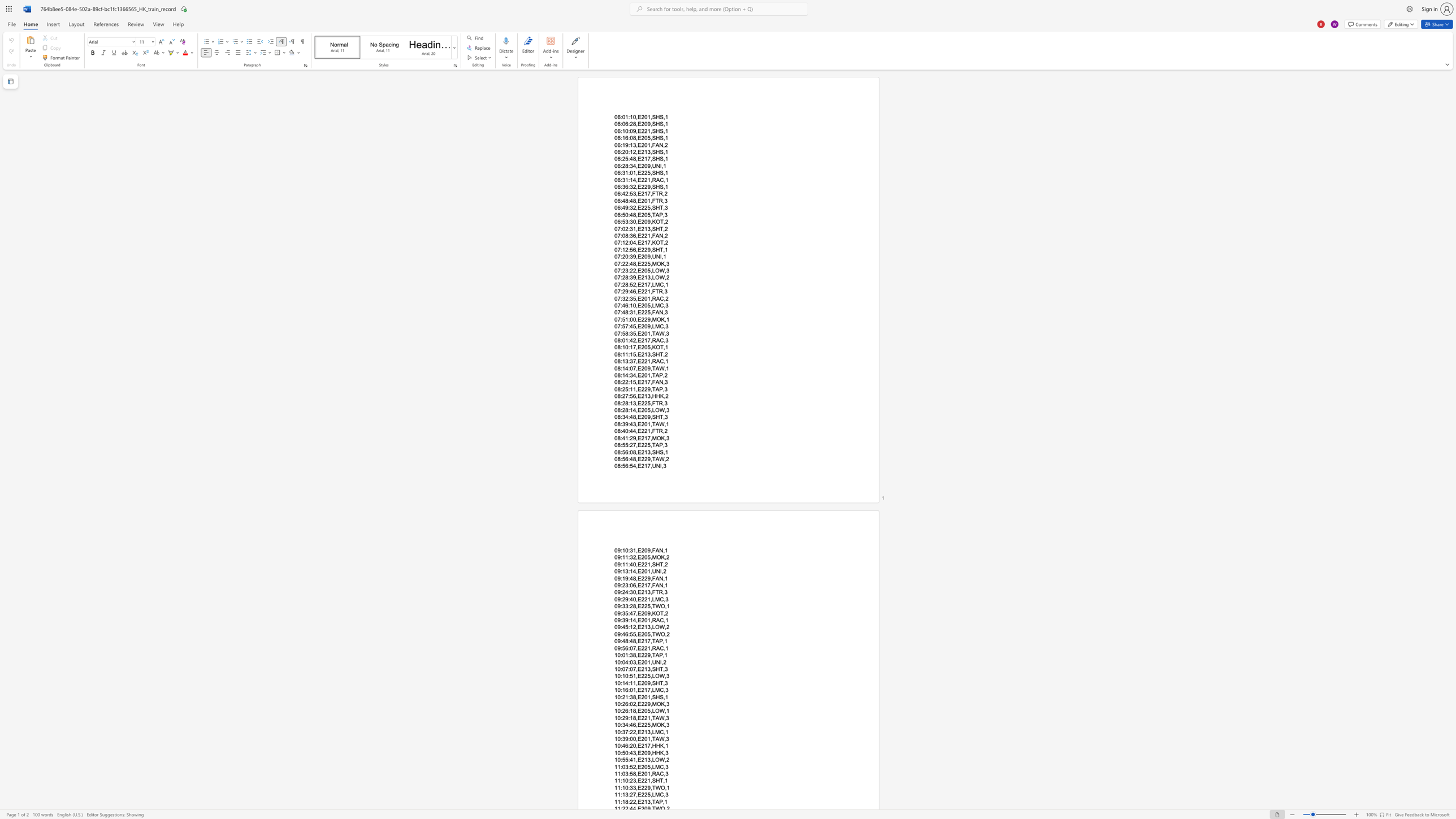 This screenshot has width=1456, height=819. What do you see at coordinates (635, 382) in the screenshot?
I see `the space between the continuous character "5" and "," in the text` at bounding box center [635, 382].